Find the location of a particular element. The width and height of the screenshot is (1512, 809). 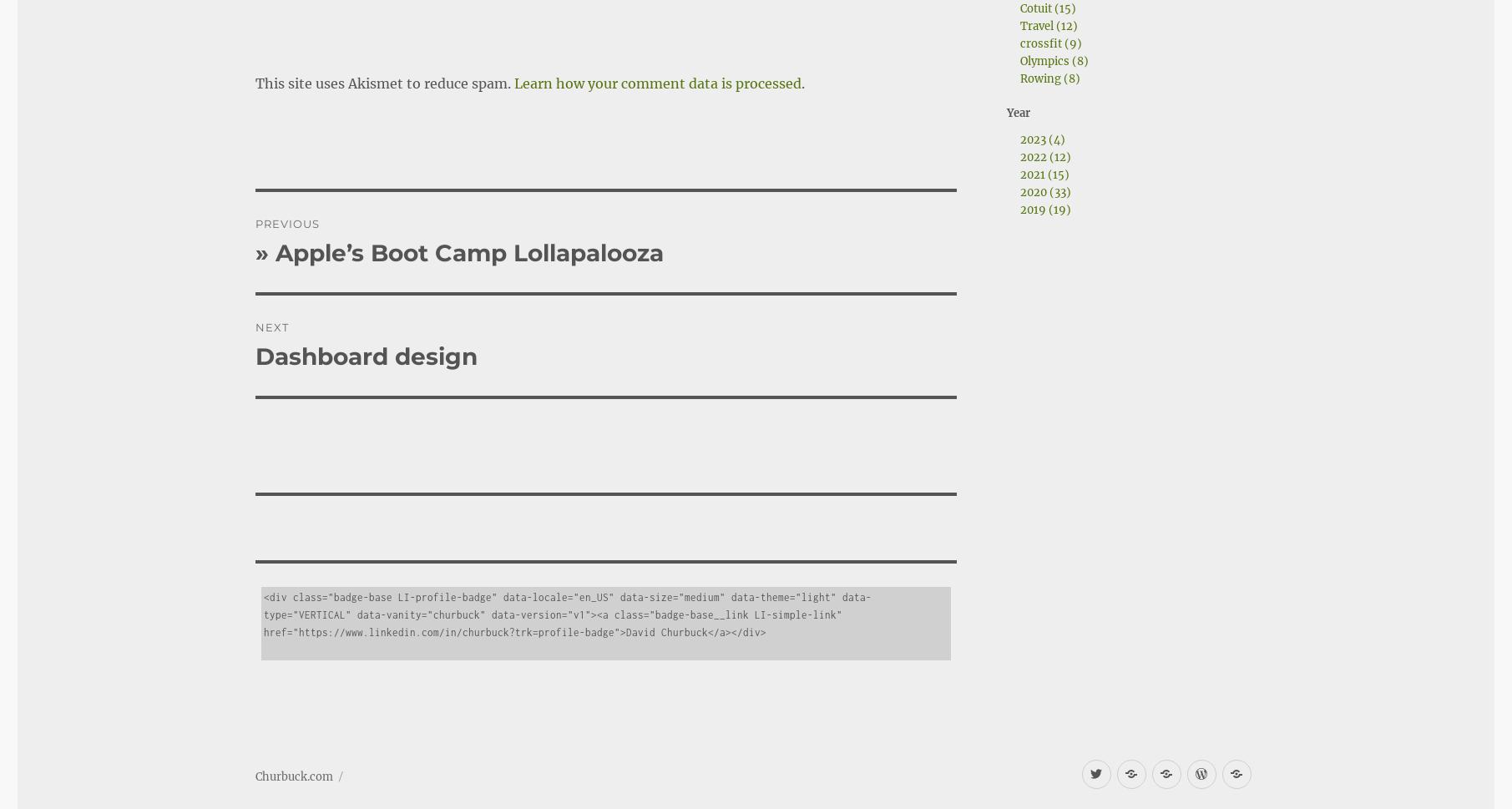

'crossfit (9)' is located at coordinates (1049, 43).